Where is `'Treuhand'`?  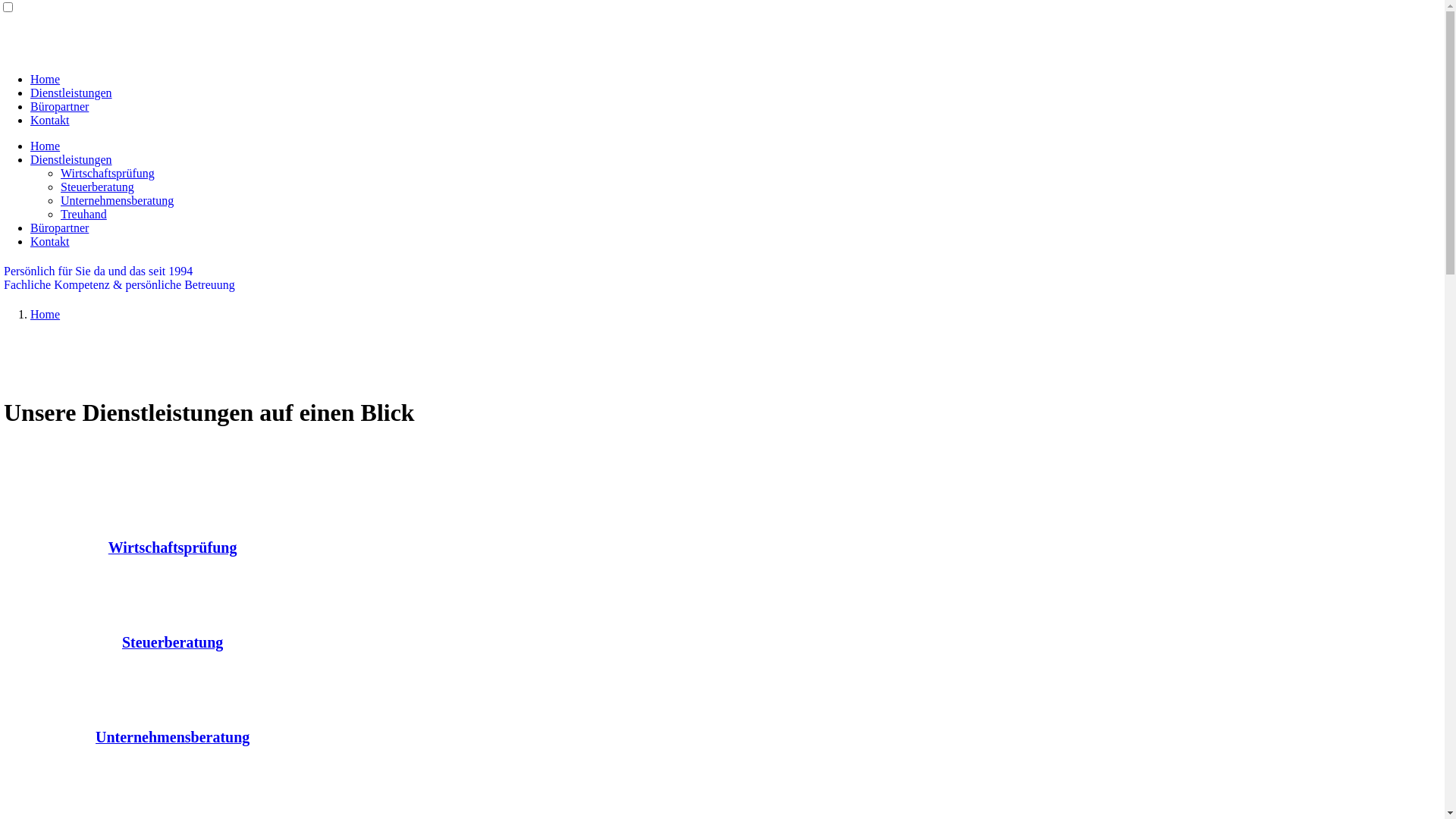
'Treuhand' is located at coordinates (83, 214).